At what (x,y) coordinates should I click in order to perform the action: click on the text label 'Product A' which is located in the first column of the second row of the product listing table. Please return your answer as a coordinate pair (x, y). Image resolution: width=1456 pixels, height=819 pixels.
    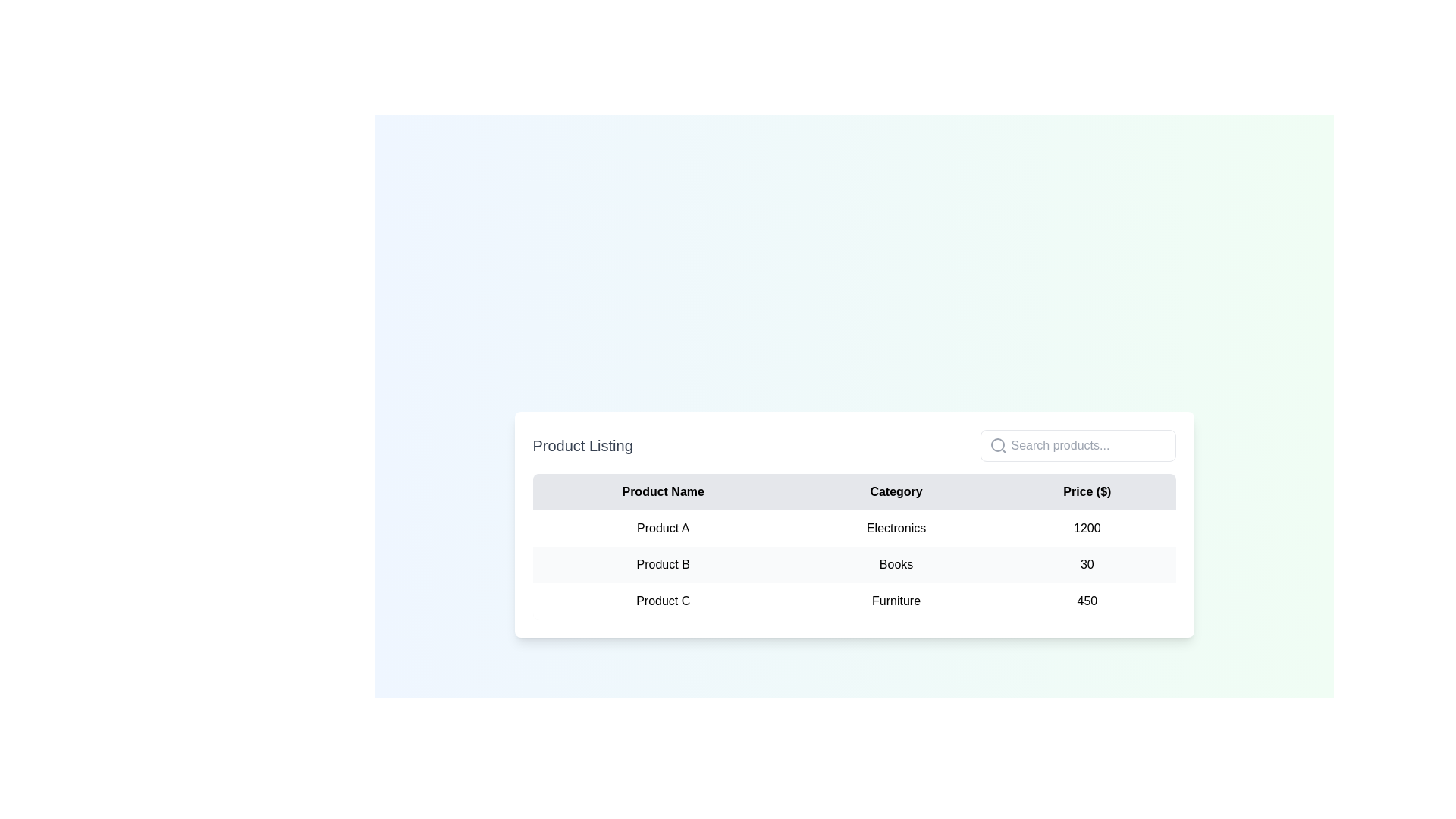
    Looking at the image, I should click on (663, 528).